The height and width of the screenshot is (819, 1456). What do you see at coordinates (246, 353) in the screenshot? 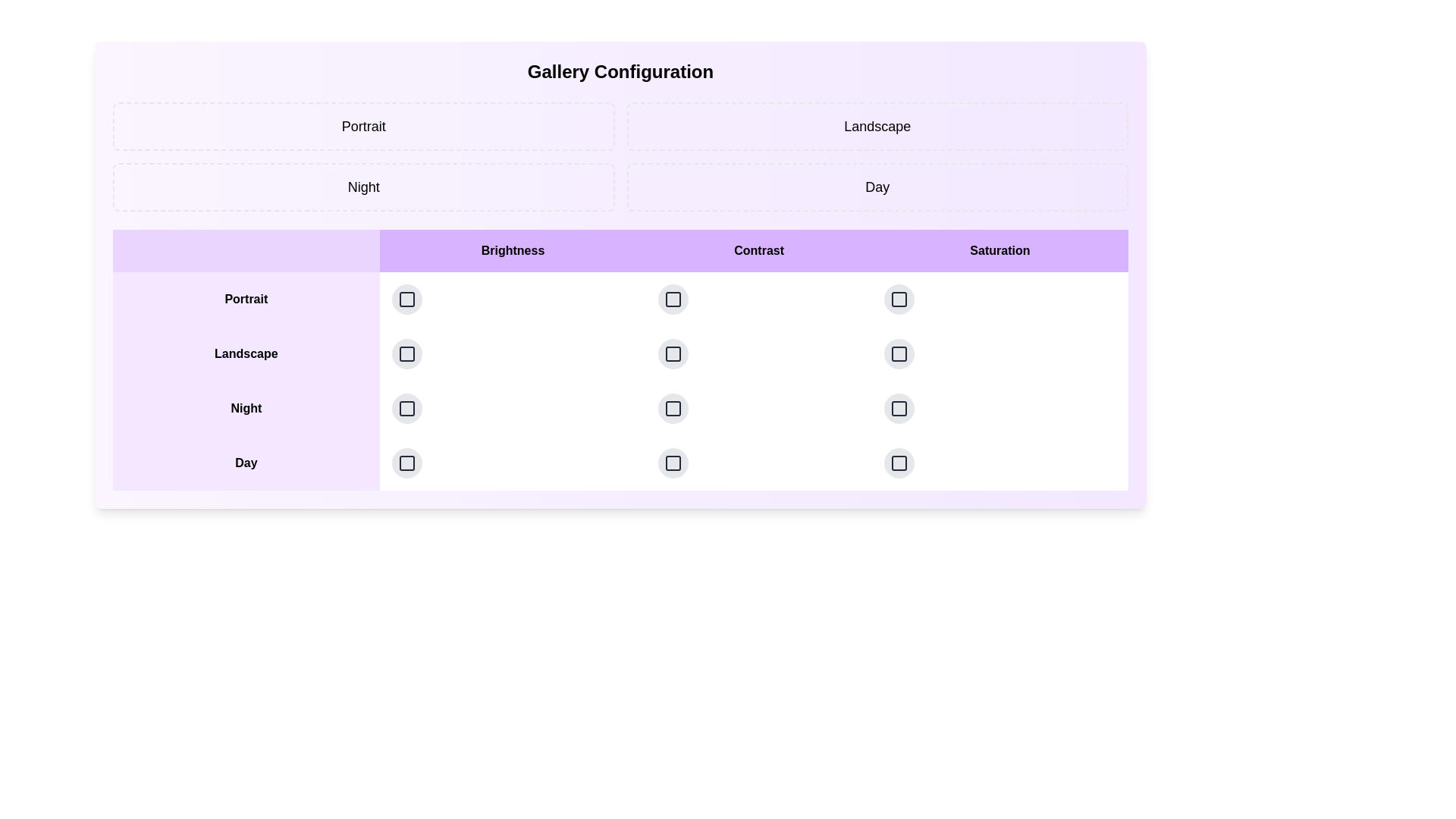
I see `text content from the rectangular text label with the content 'Landscape', which is styled with a purple background and bold black text, located under 'Brightness' in the vertical list of labels` at bounding box center [246, 353].